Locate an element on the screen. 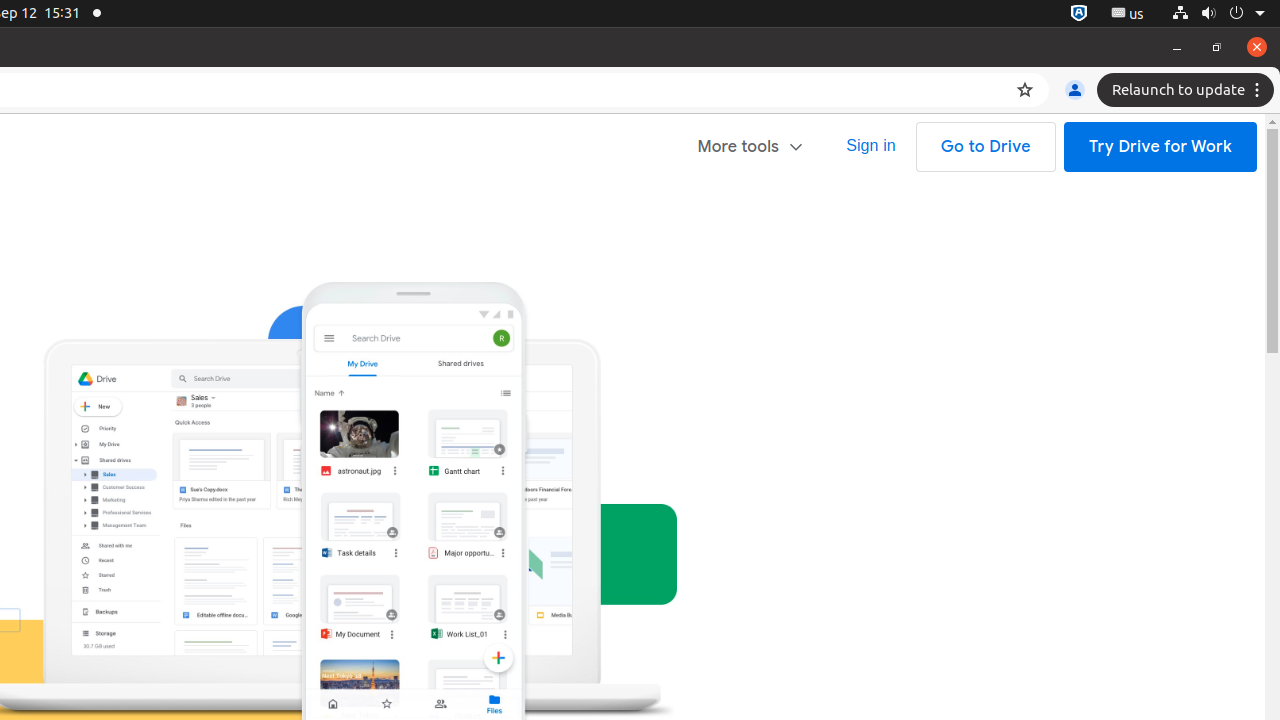 The height and width of the screenshot is (720, 1280). 'System' is located at coordinates (1217, 13).